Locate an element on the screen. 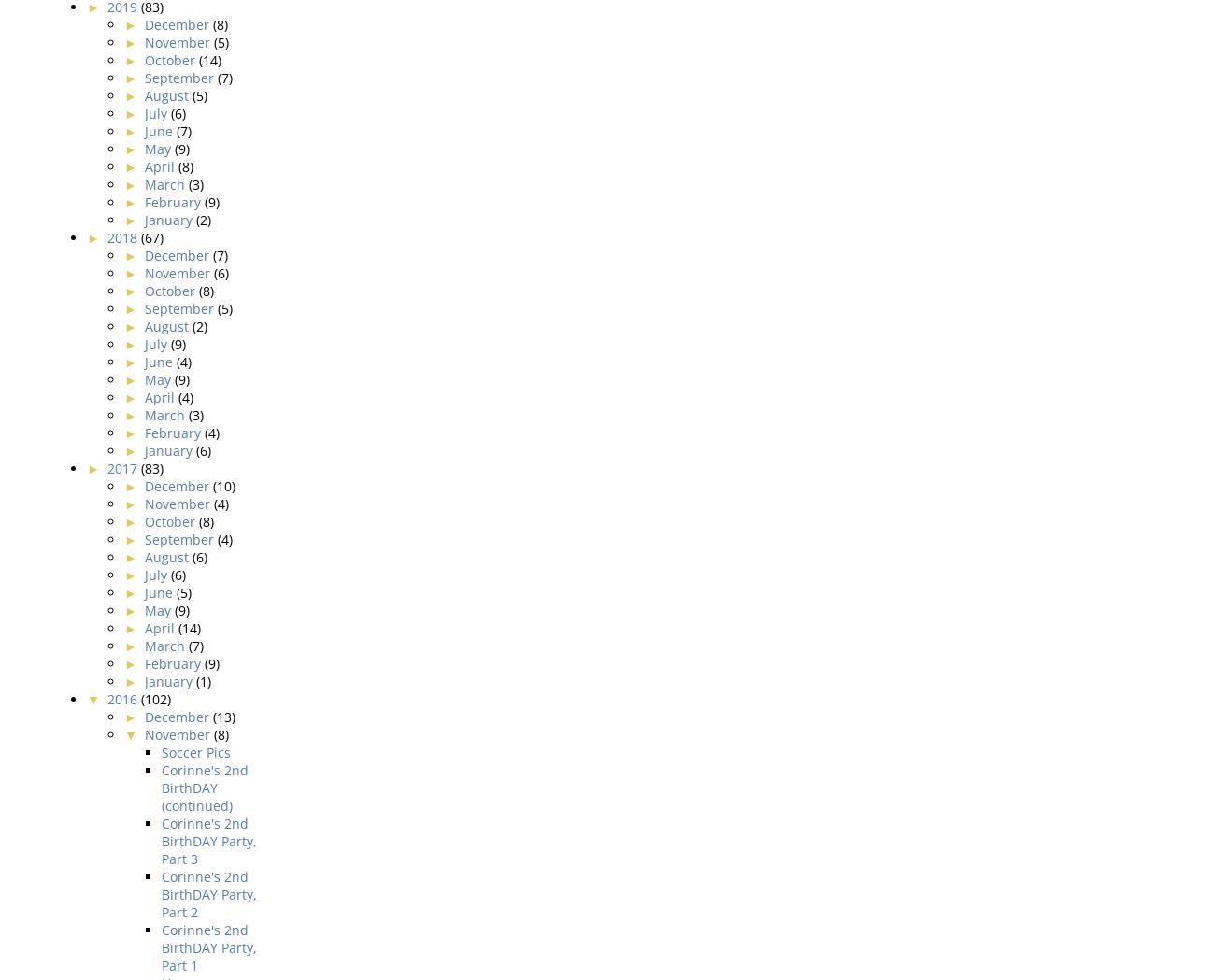  '(1)' is located at coordinates (203, 679).